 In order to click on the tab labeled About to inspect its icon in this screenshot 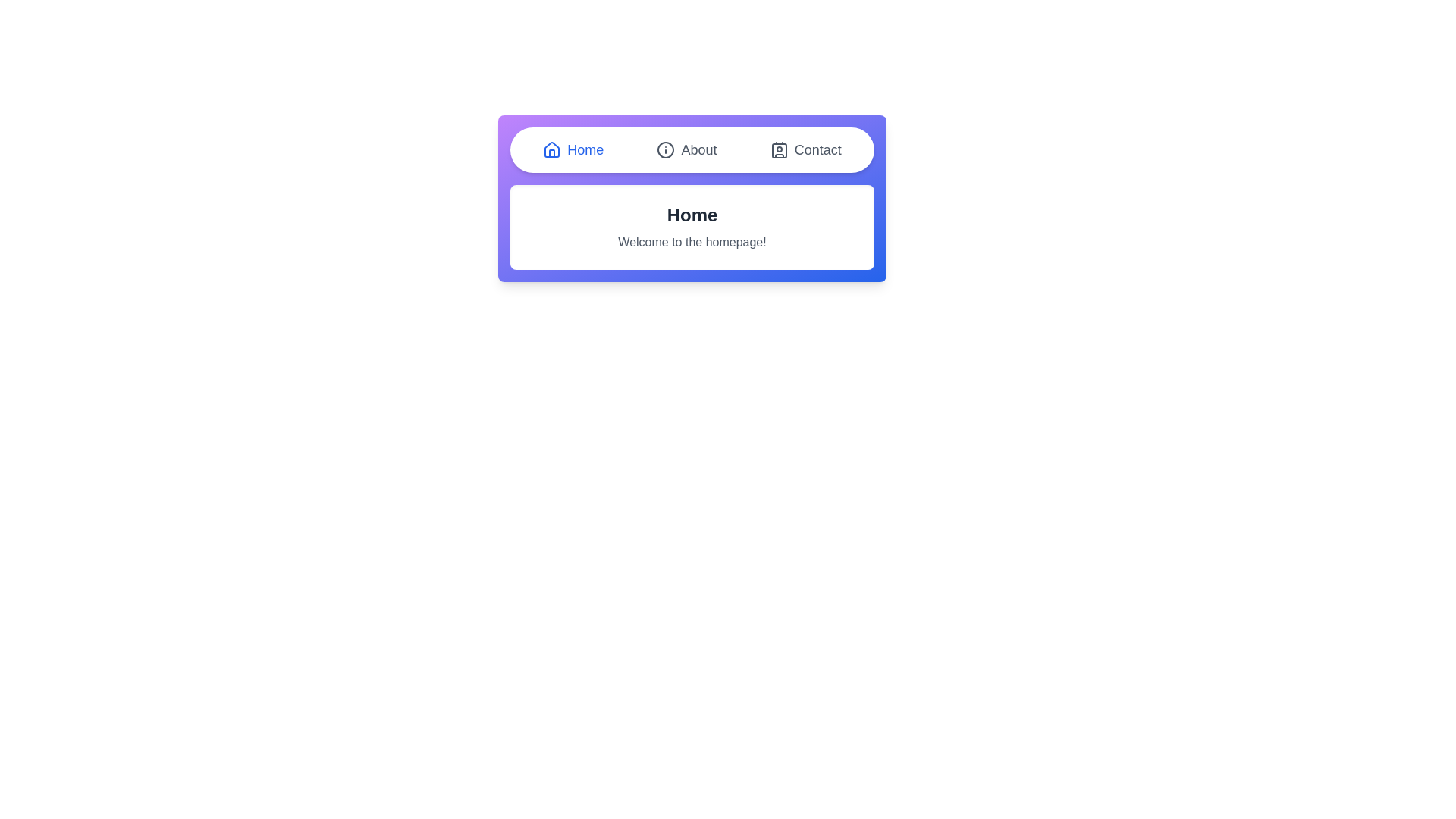, I will do `click(686, 149)`.